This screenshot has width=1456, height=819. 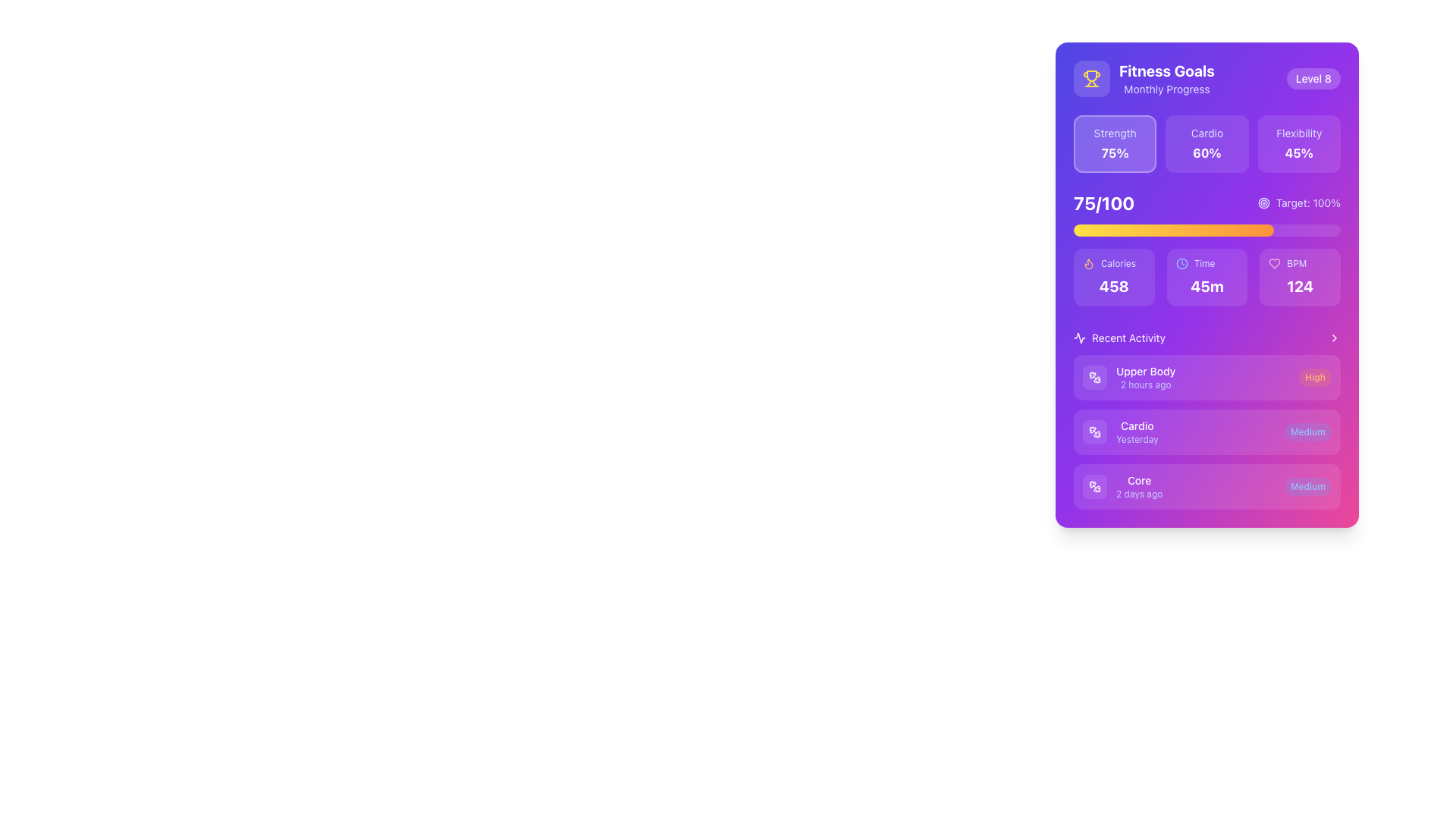 I want to click on the 'Cardio' text label in the 'Recent Activity' section, which displays the title of an activity type, so click(x=1137, y=426).